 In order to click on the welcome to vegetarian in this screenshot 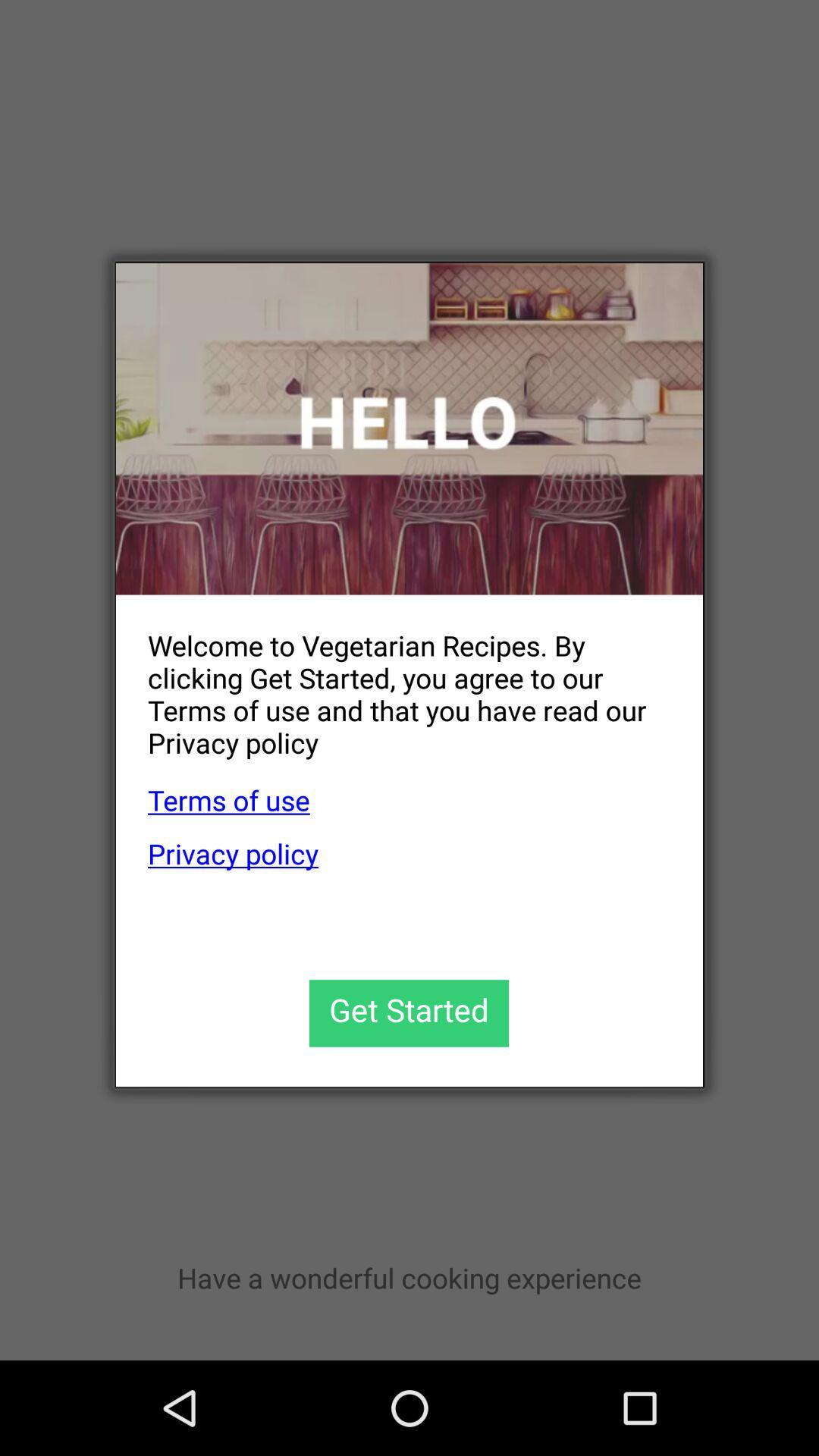, I will do `click(393, 681)`.